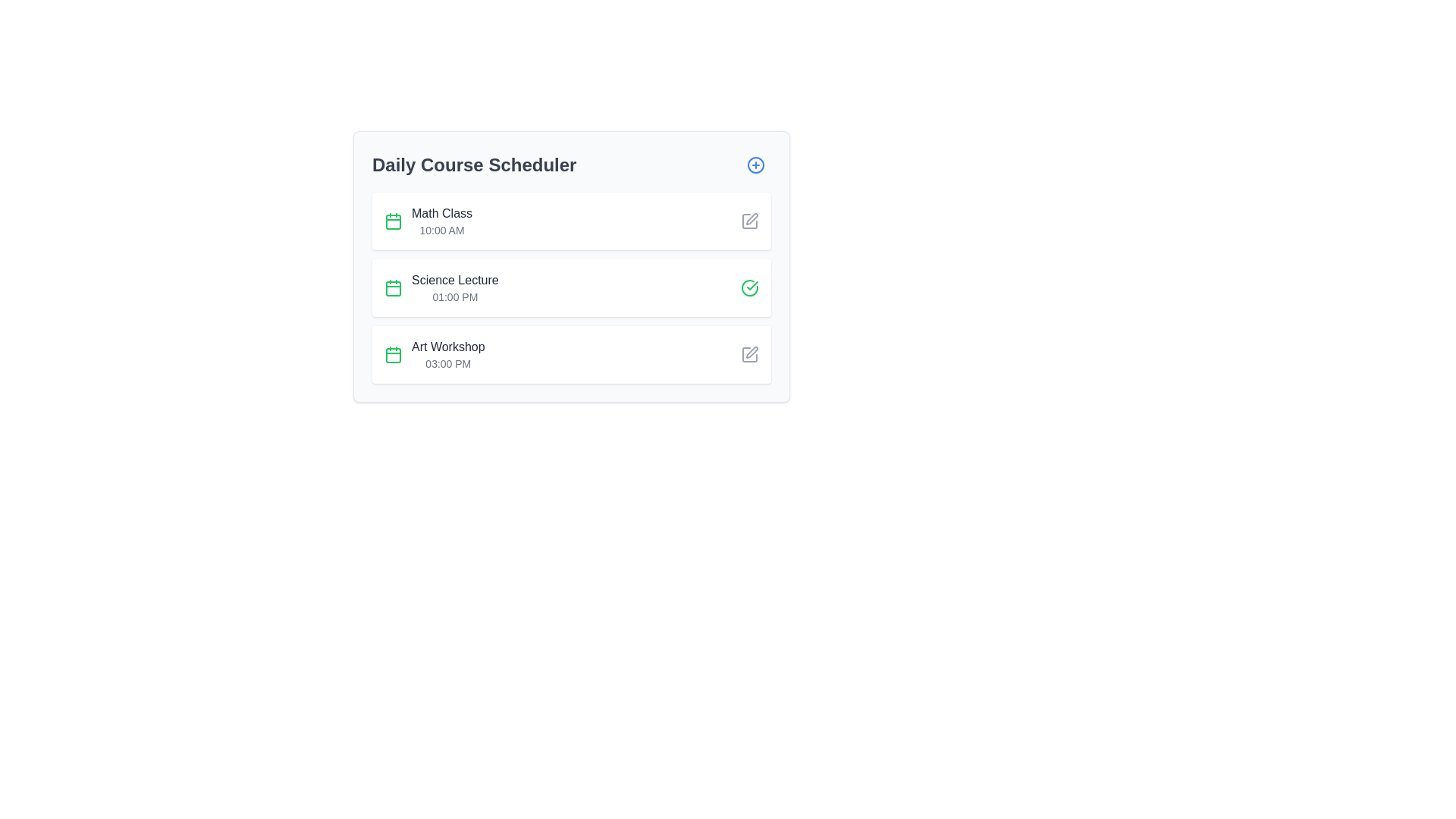 The image size is (1456, 819). Describe the element at coordinates (434, 354) in the screenshot. I see `the Schedule entry row for 'Art Workshop', which includes a green calendar icon and the text '03:00 PM' in the Daily Course Scheduler list` at that location.